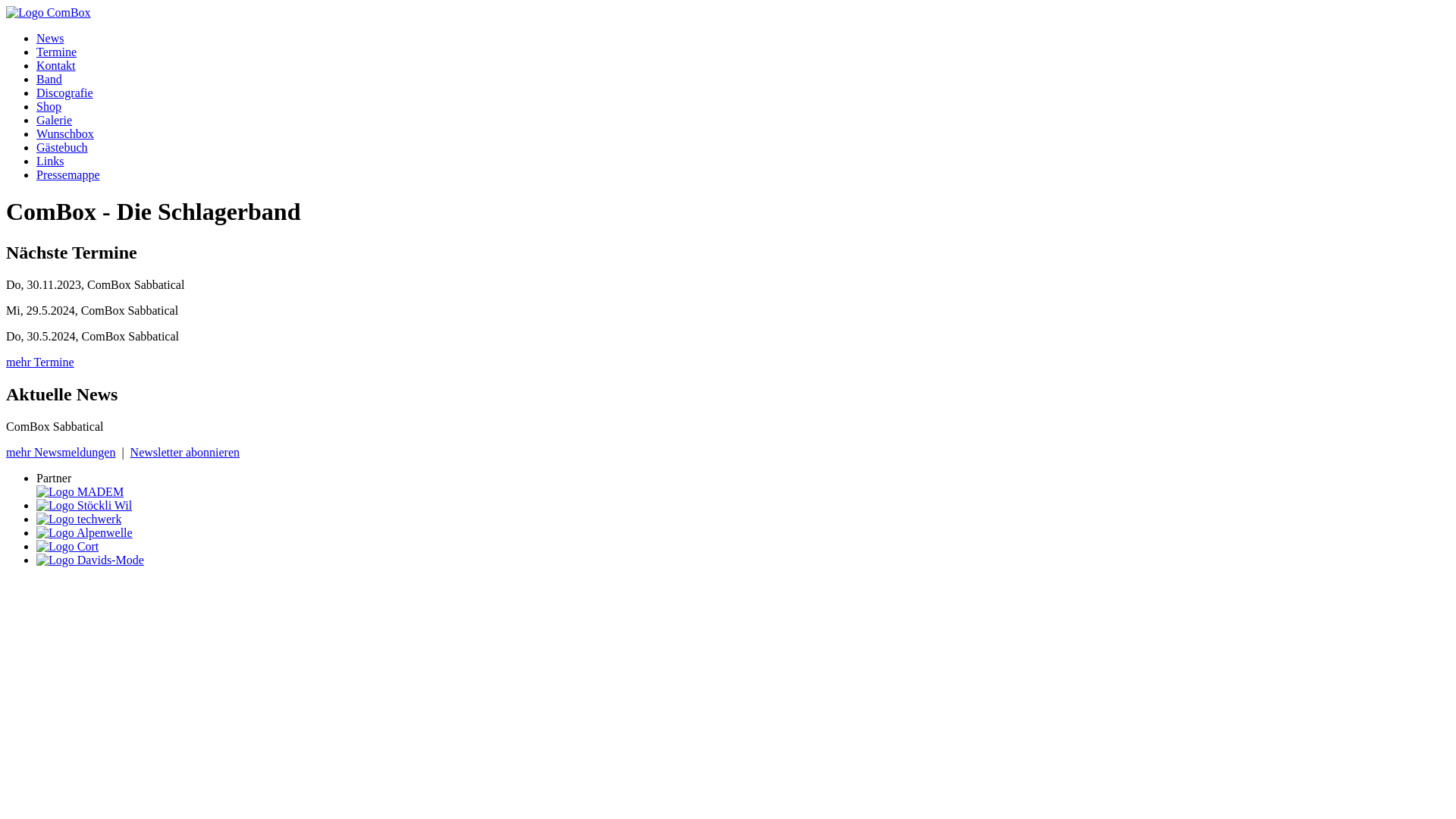 The image size is (1456, 819). I want to click on 'Link zu Cort', so click(67, 546).